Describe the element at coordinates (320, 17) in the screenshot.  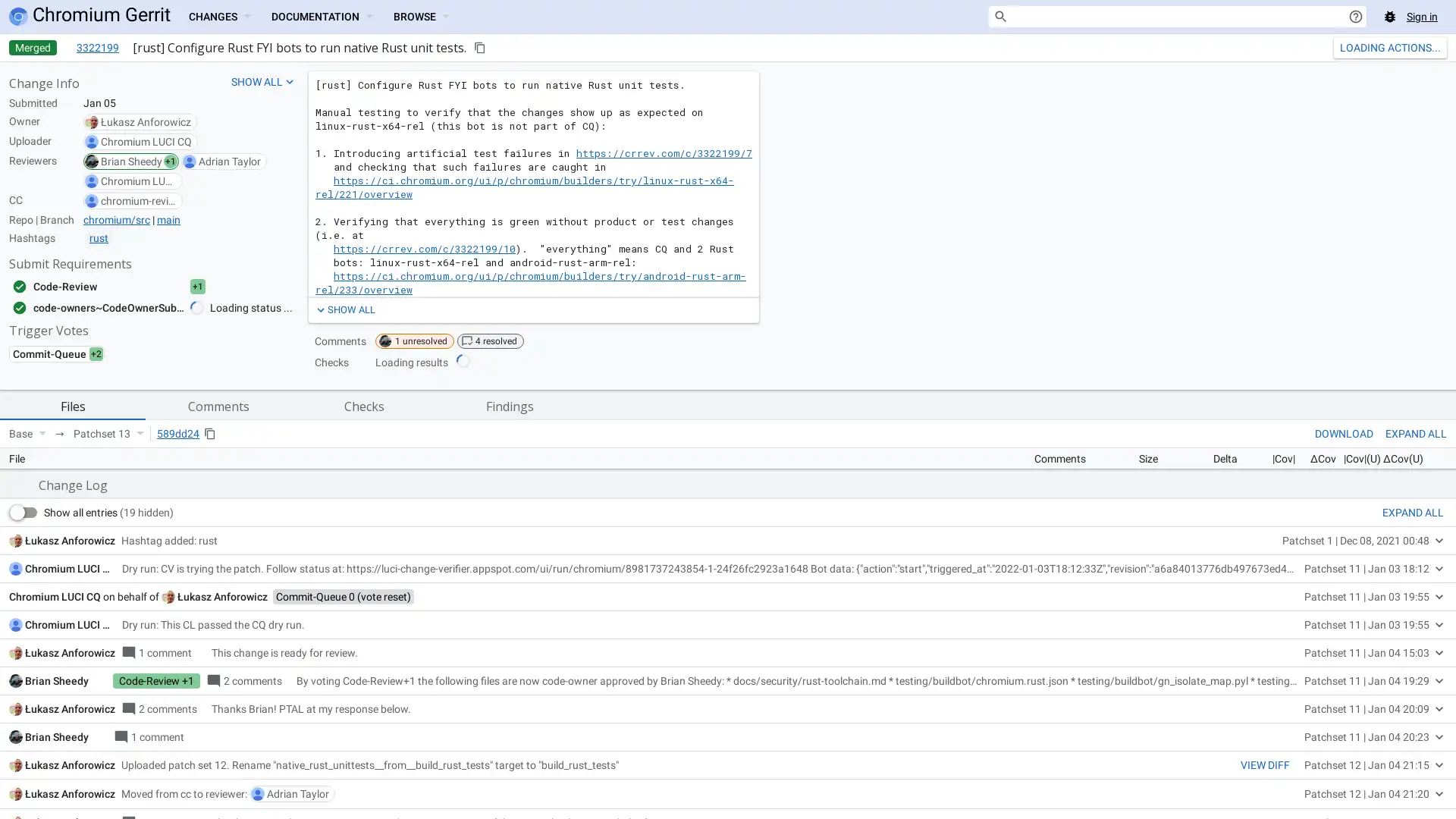
I see `DOCUMENTATION` at that location.